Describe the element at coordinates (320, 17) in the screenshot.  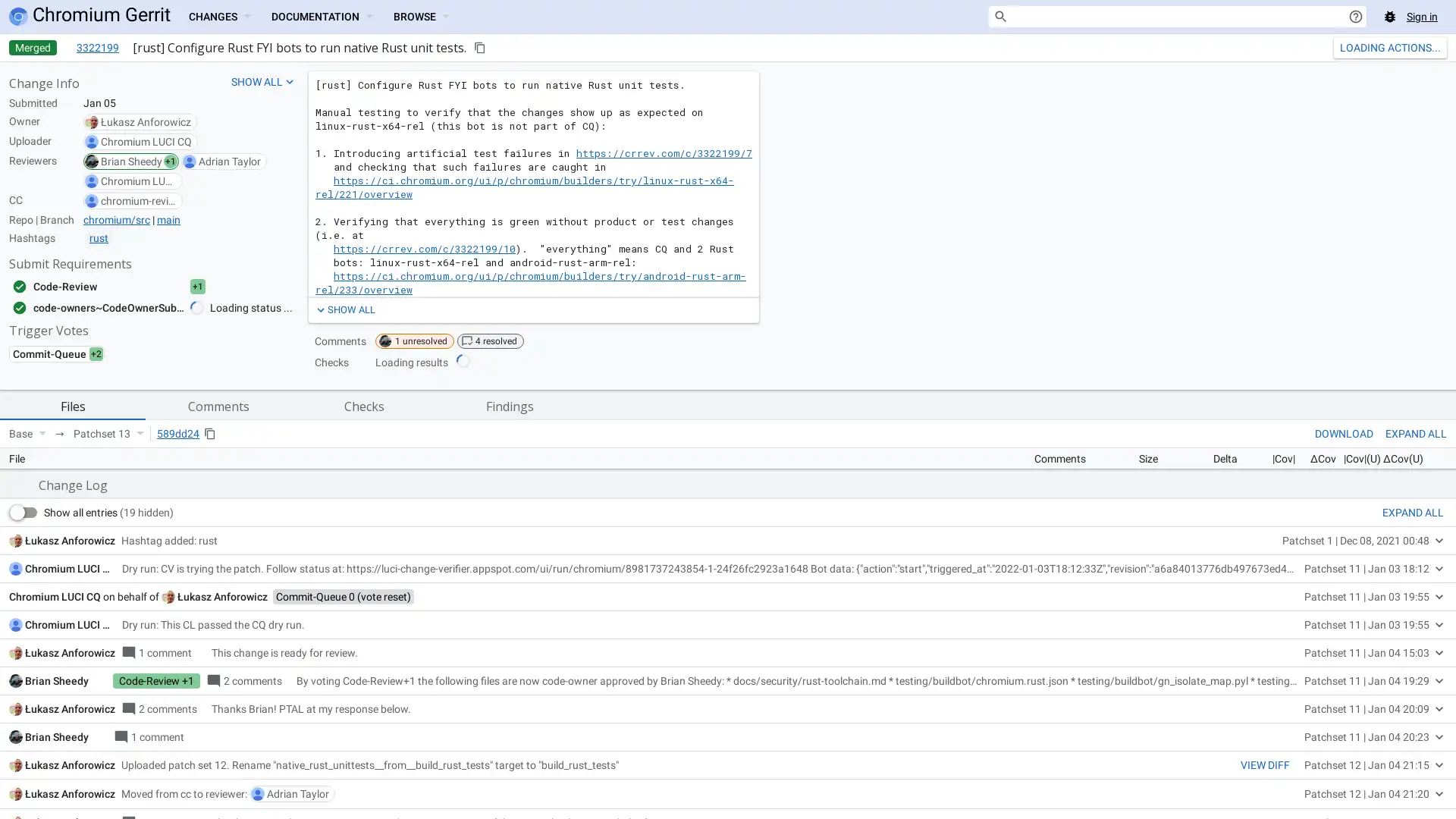
I see `DOCUMENTATION` at that location.